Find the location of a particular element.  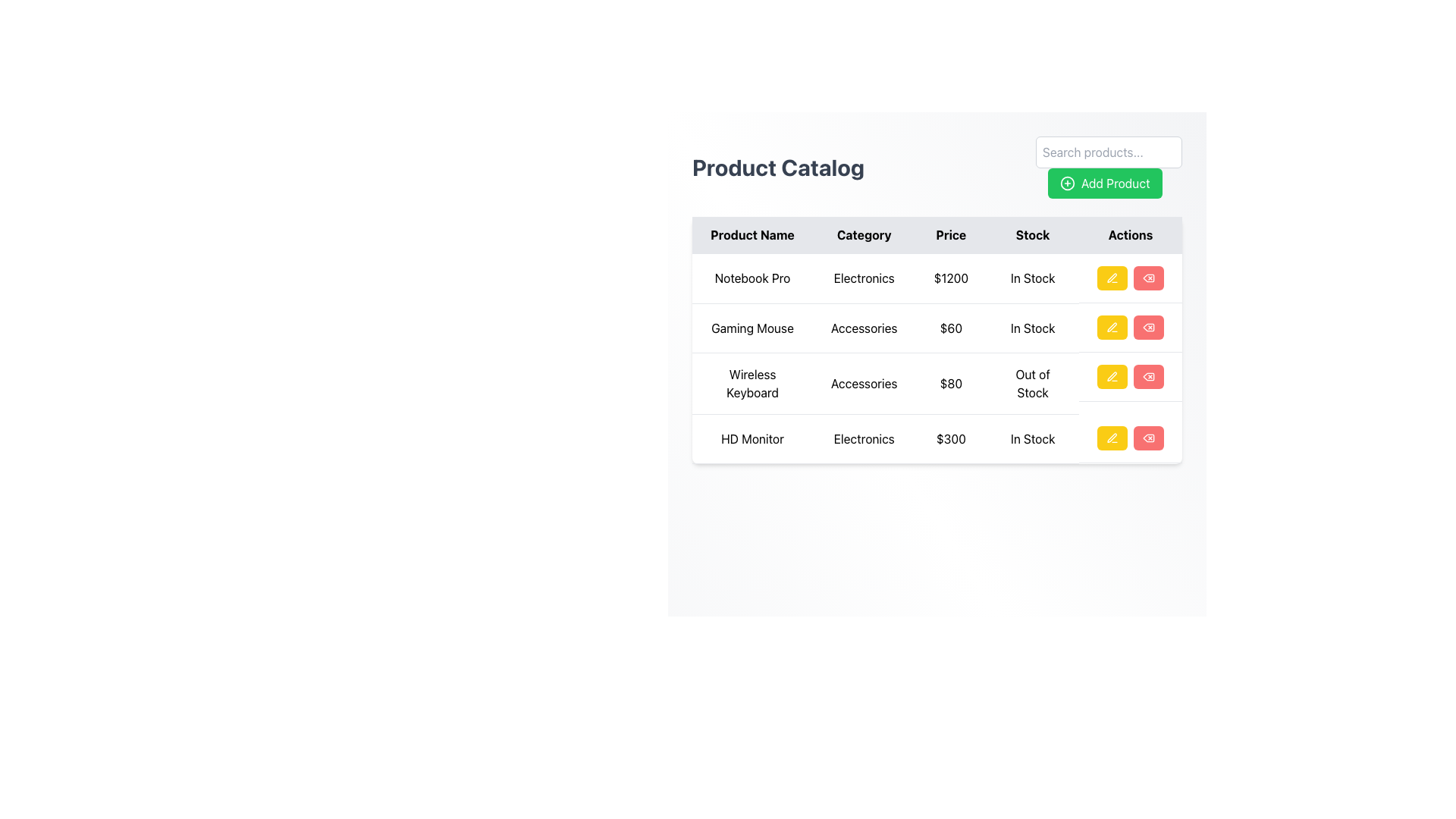

text displayed in the price cell located in the fourth row and third column of the table under the 'Price' header, which shows the price of the item as $300 is located at coordinates (950, 438).